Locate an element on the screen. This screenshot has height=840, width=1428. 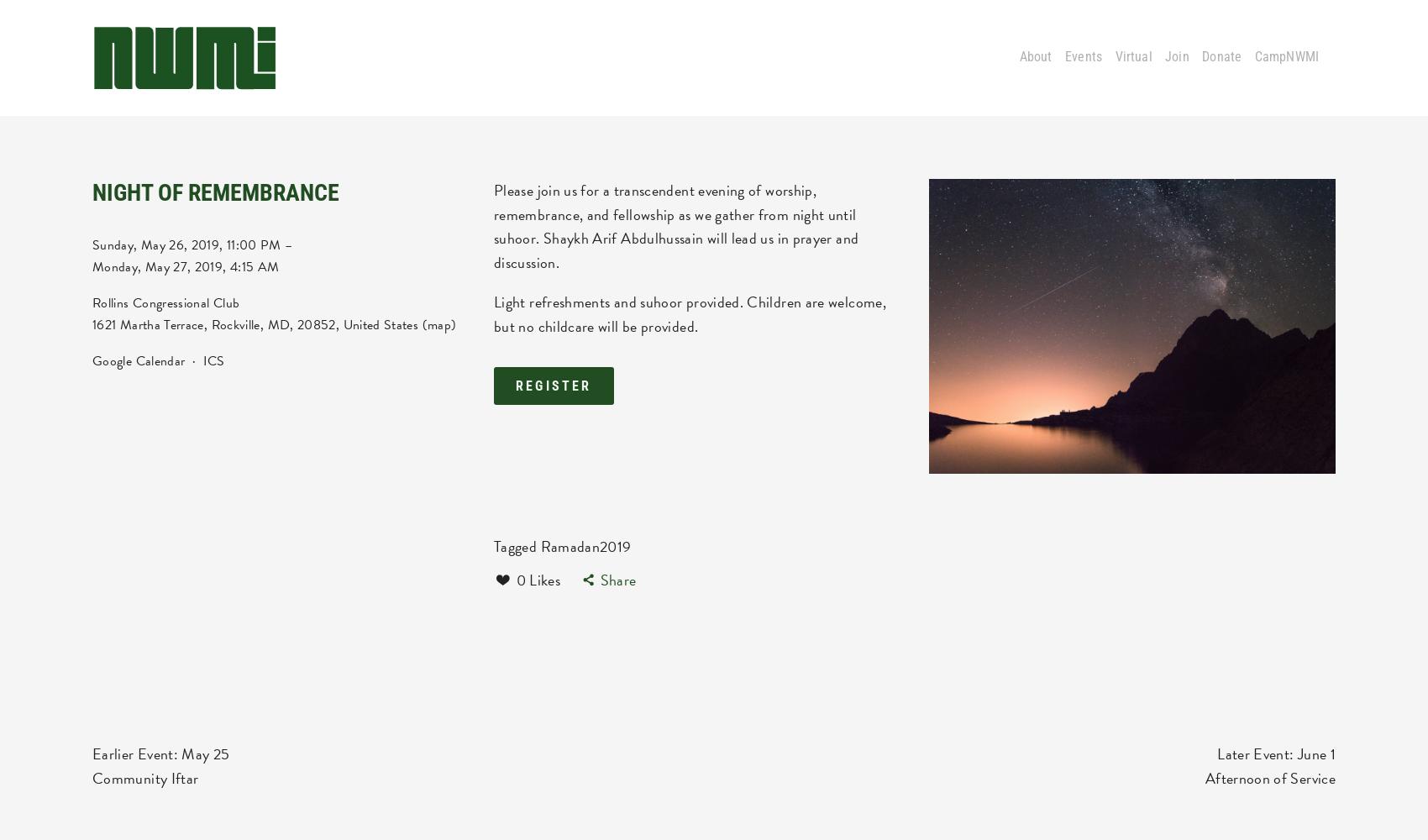
'Rockville, MD, 20852' is located at coordinates (272, 325).